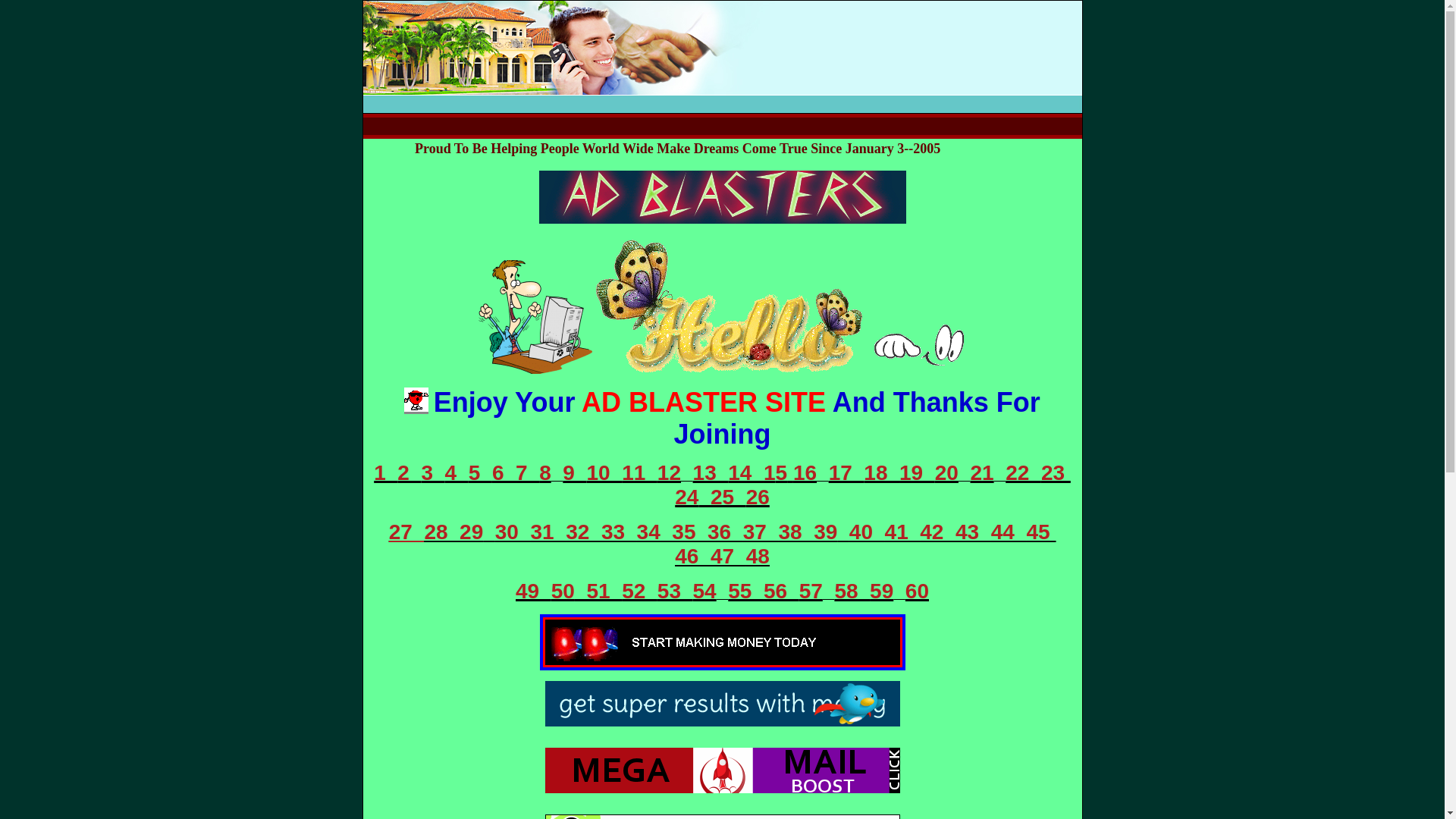 The image size is (1456, 819). Describe the element at coordinates (470, 531) in the screenshot. I see `'29'` at that location.